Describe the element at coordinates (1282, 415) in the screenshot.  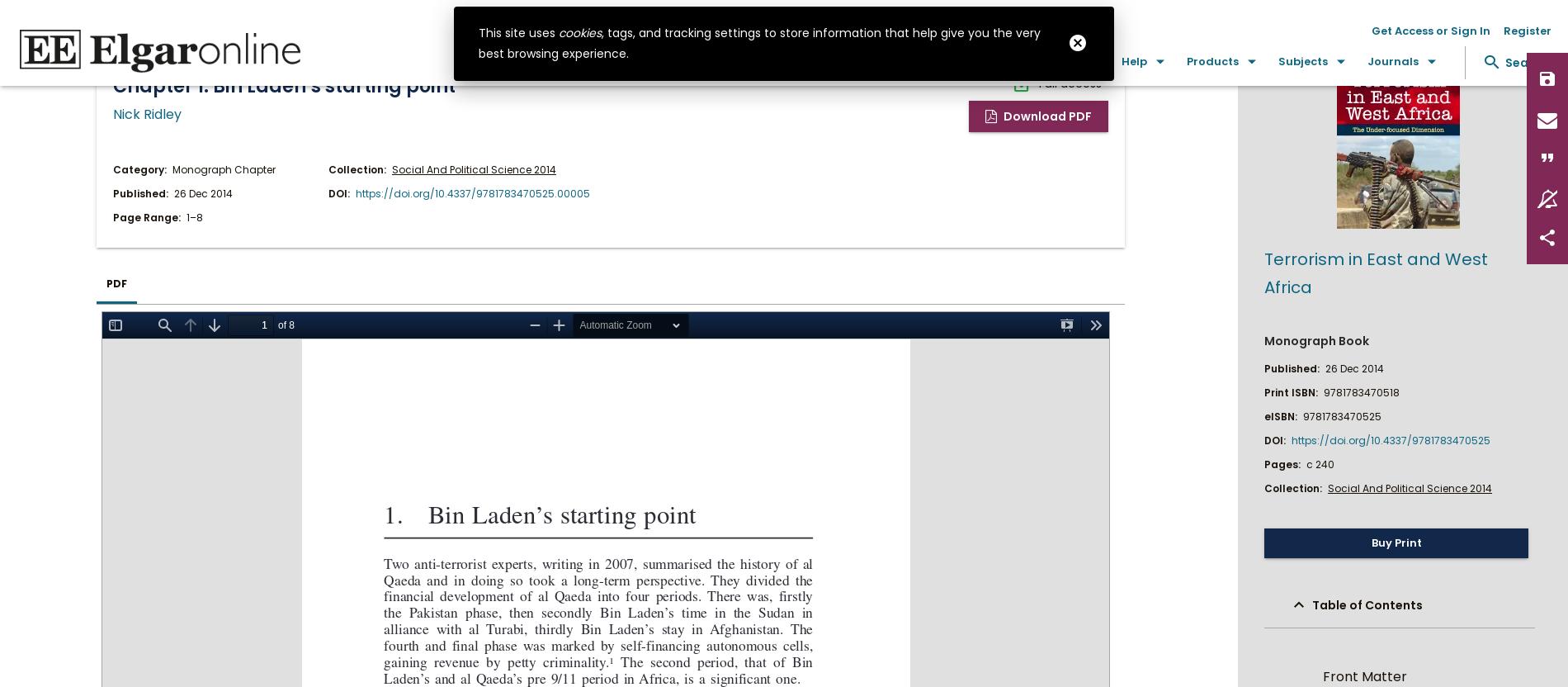
I see `'eISBN:'` at that location.